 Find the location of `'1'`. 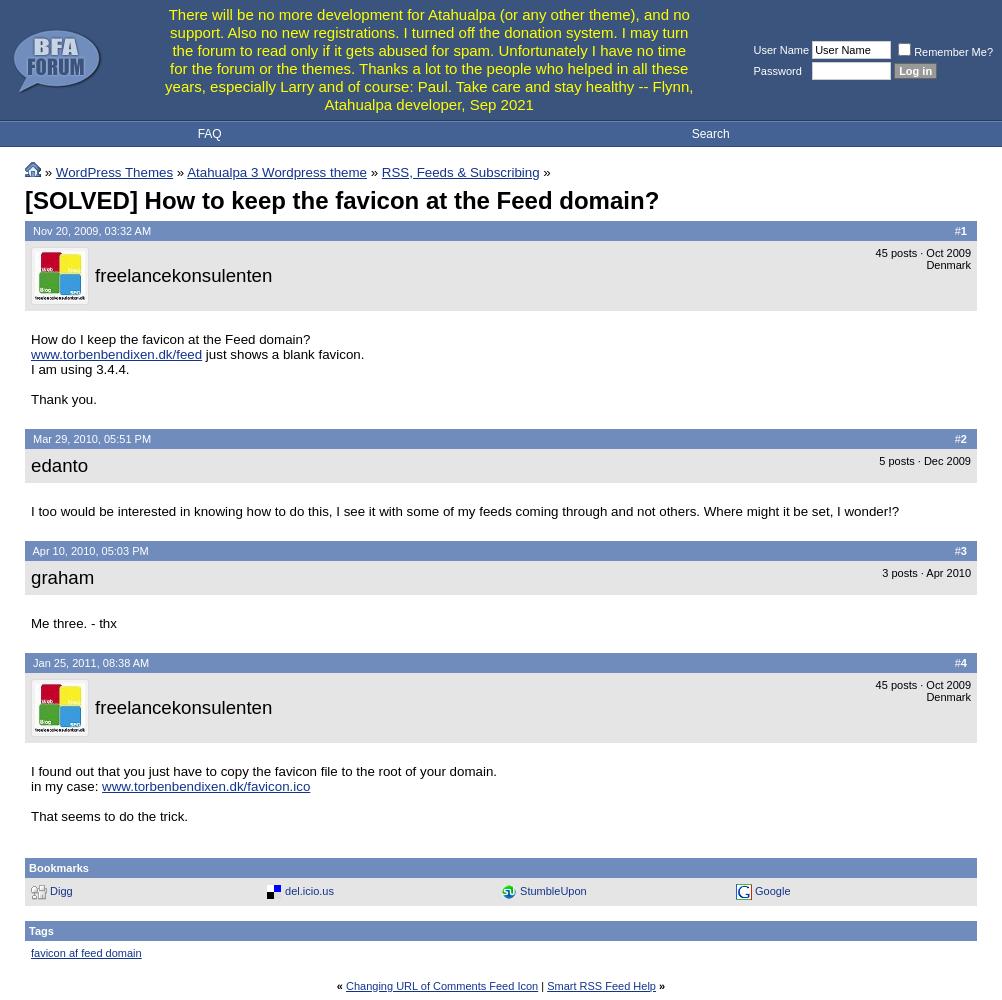

'1' is located at coordinates (962, 229).